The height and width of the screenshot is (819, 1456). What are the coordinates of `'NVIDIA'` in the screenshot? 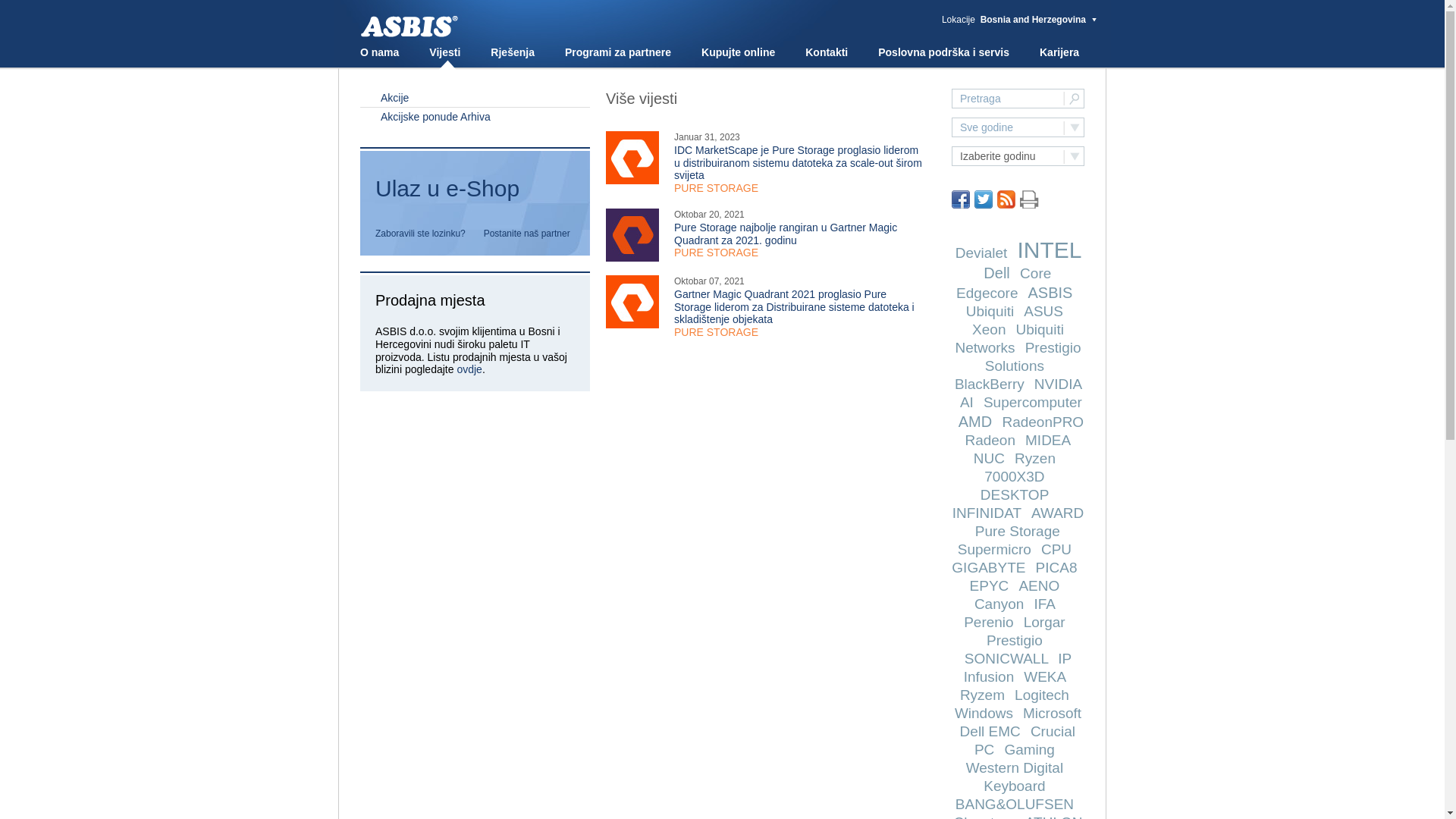 It's located at (1057, 383).